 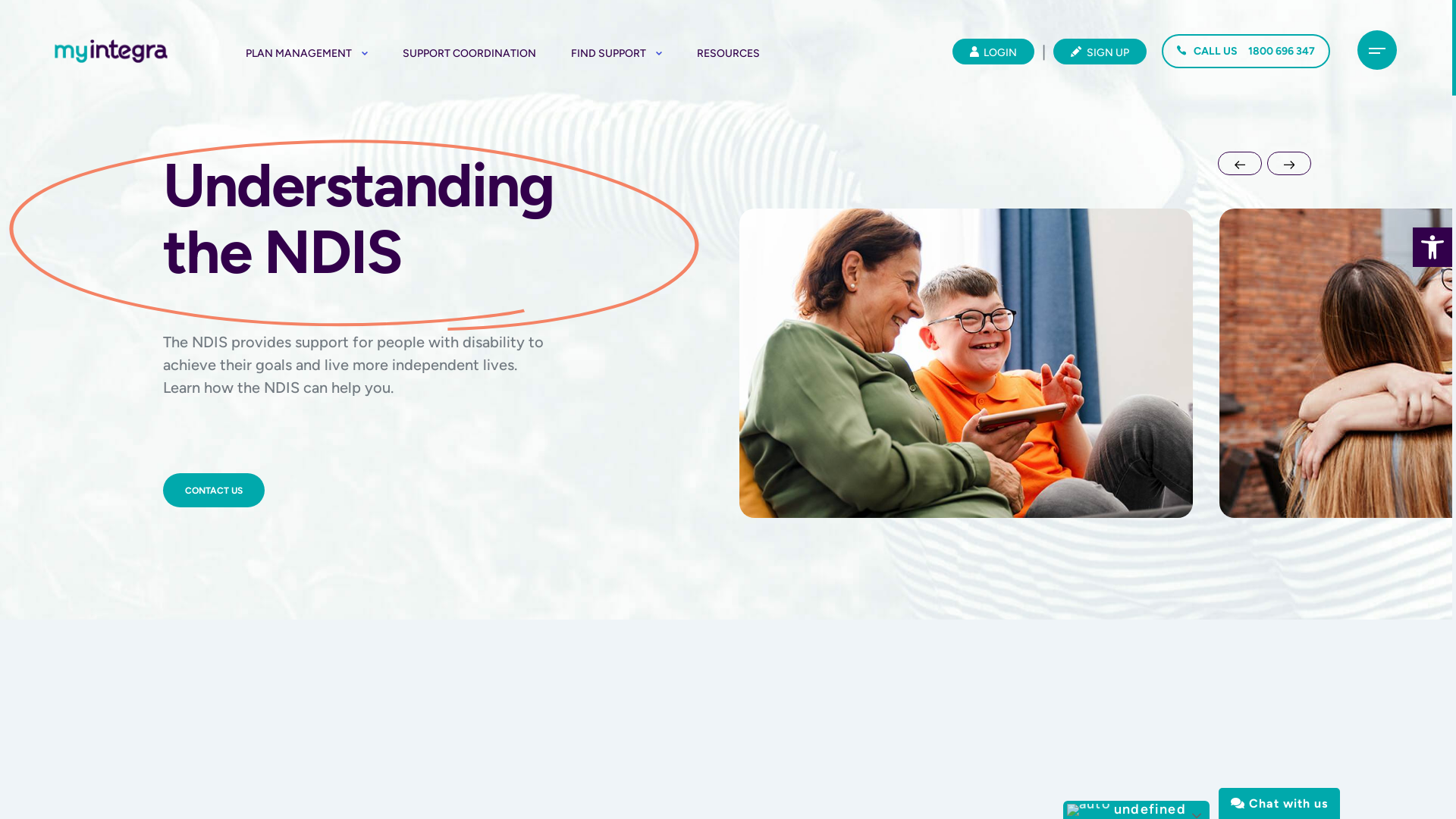 I want to click on 'FIND SUPPORT', so click(x=570, y=52).